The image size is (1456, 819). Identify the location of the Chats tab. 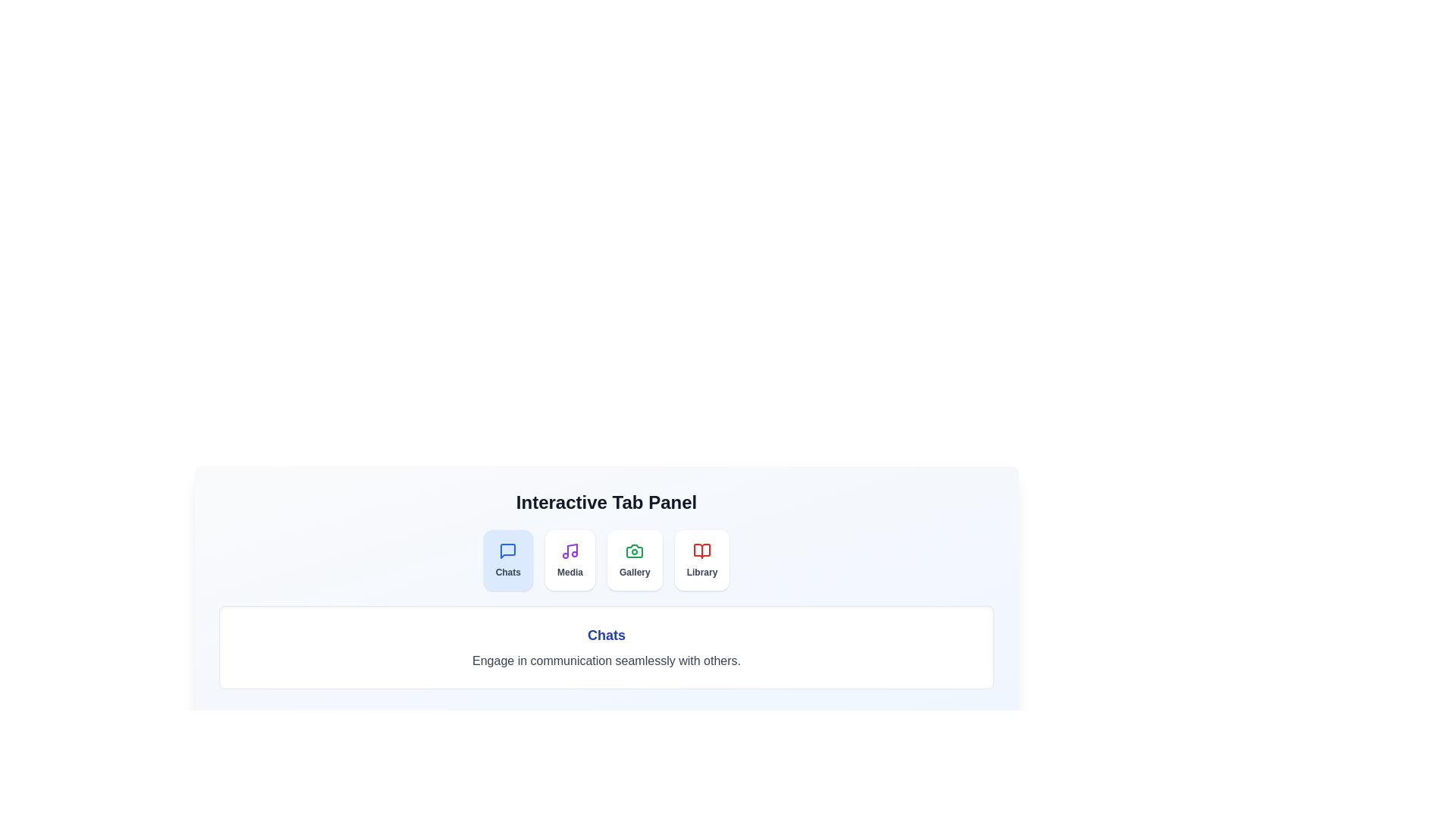
(508, 560).